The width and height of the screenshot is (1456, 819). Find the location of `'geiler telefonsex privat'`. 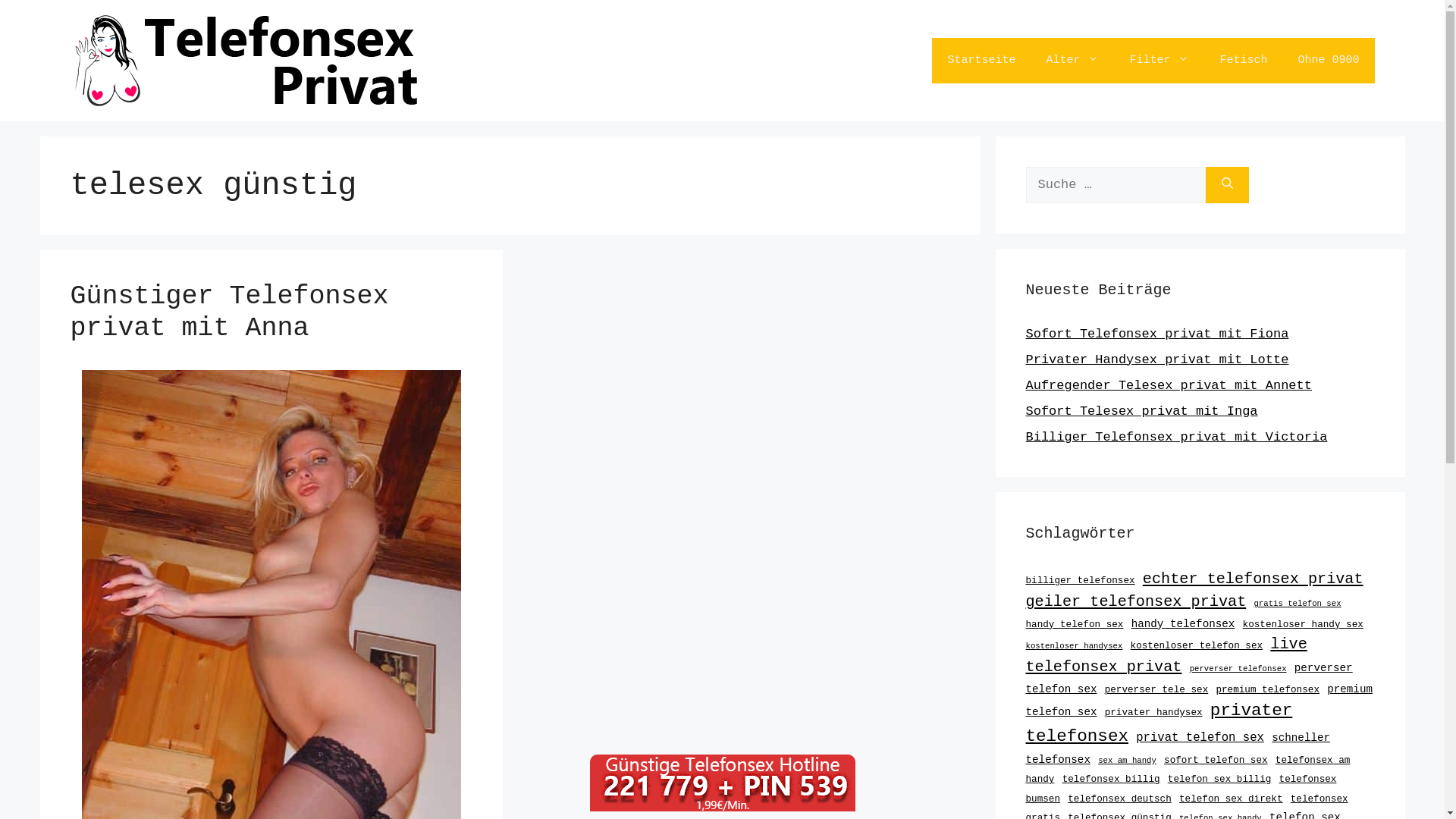

'geiler telefonsex privat' is located at coordinates (1135, 601).